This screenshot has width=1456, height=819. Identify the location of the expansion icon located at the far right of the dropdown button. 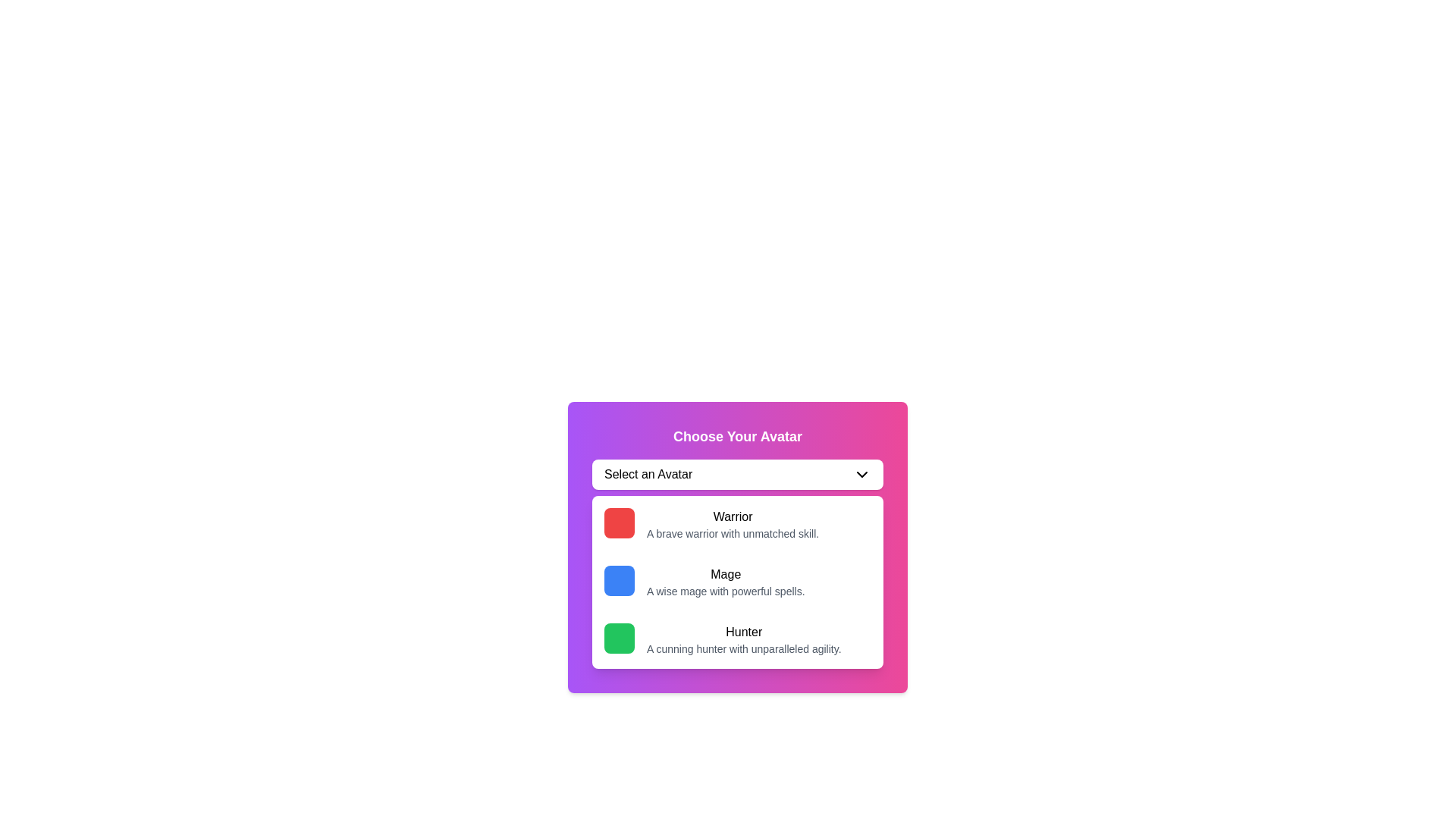
(862, 473).